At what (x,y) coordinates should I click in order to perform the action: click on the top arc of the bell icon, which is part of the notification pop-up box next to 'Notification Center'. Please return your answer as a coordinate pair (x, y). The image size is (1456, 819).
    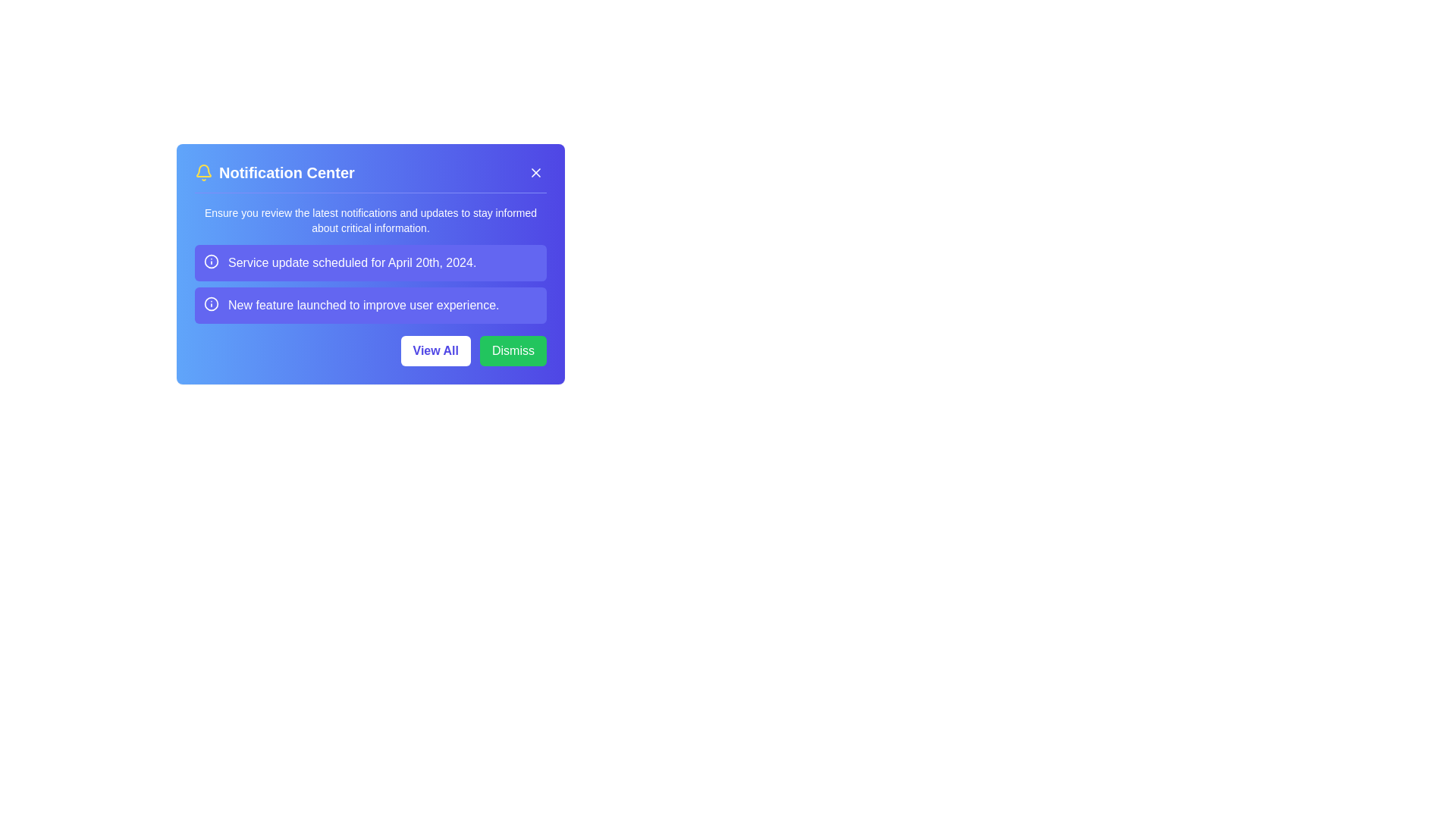
    Looking at the image, I should click on (202, 171).